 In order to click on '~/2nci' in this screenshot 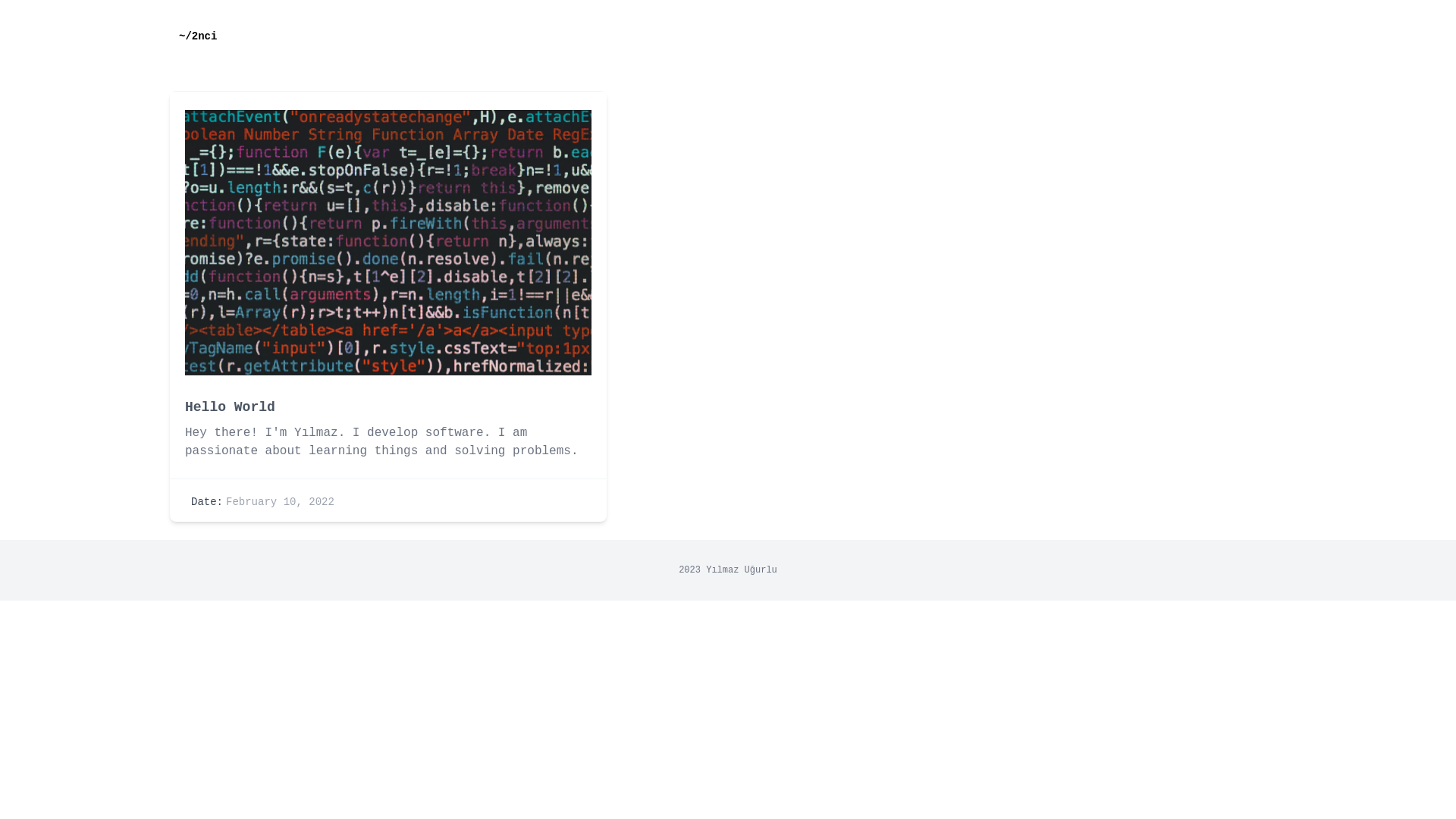, I will do `click(170, 35)`.